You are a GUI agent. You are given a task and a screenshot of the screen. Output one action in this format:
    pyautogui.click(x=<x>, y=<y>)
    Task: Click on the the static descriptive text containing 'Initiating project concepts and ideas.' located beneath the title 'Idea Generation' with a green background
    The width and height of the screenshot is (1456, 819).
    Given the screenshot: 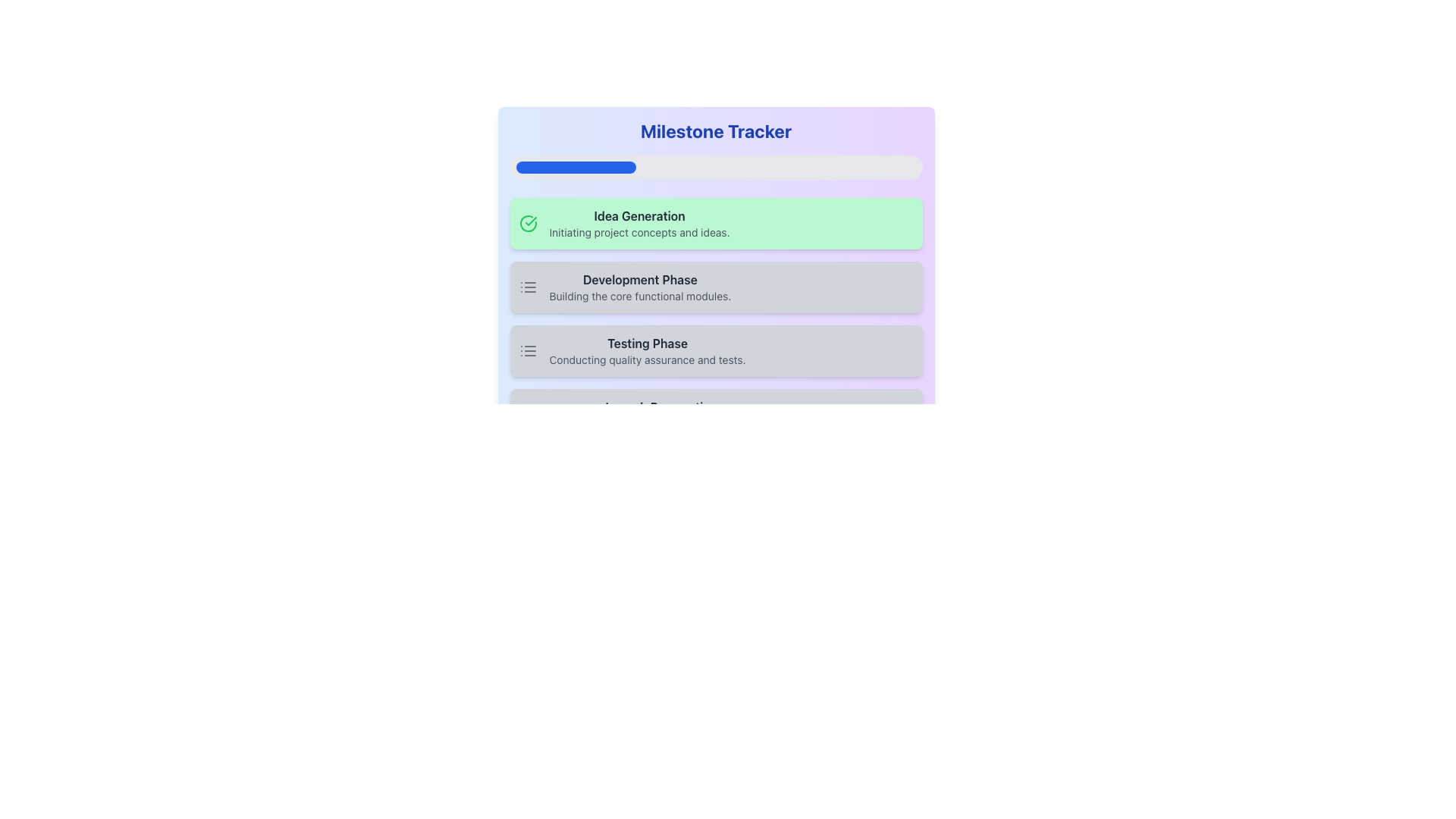 What is the action you would take?
    pyautogui.click(x=639, y=233)
    